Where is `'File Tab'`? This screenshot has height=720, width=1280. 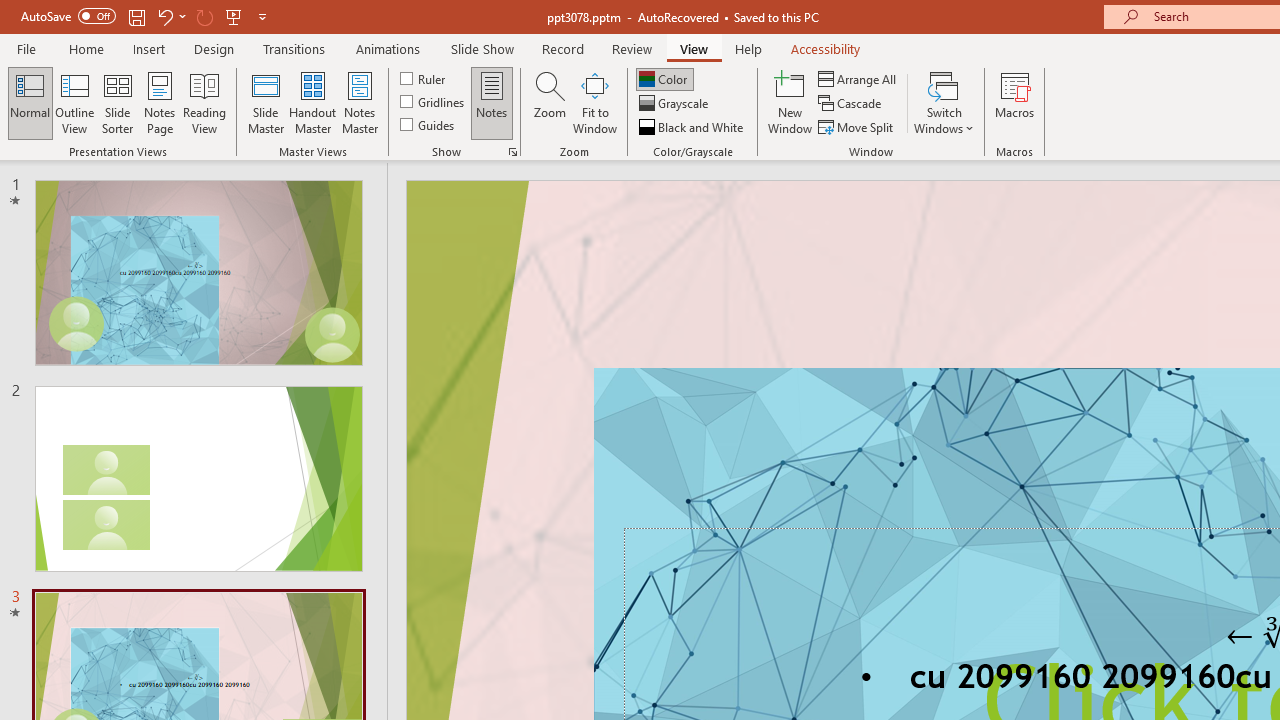
'File Tab' is located at coordinates (26, 47).